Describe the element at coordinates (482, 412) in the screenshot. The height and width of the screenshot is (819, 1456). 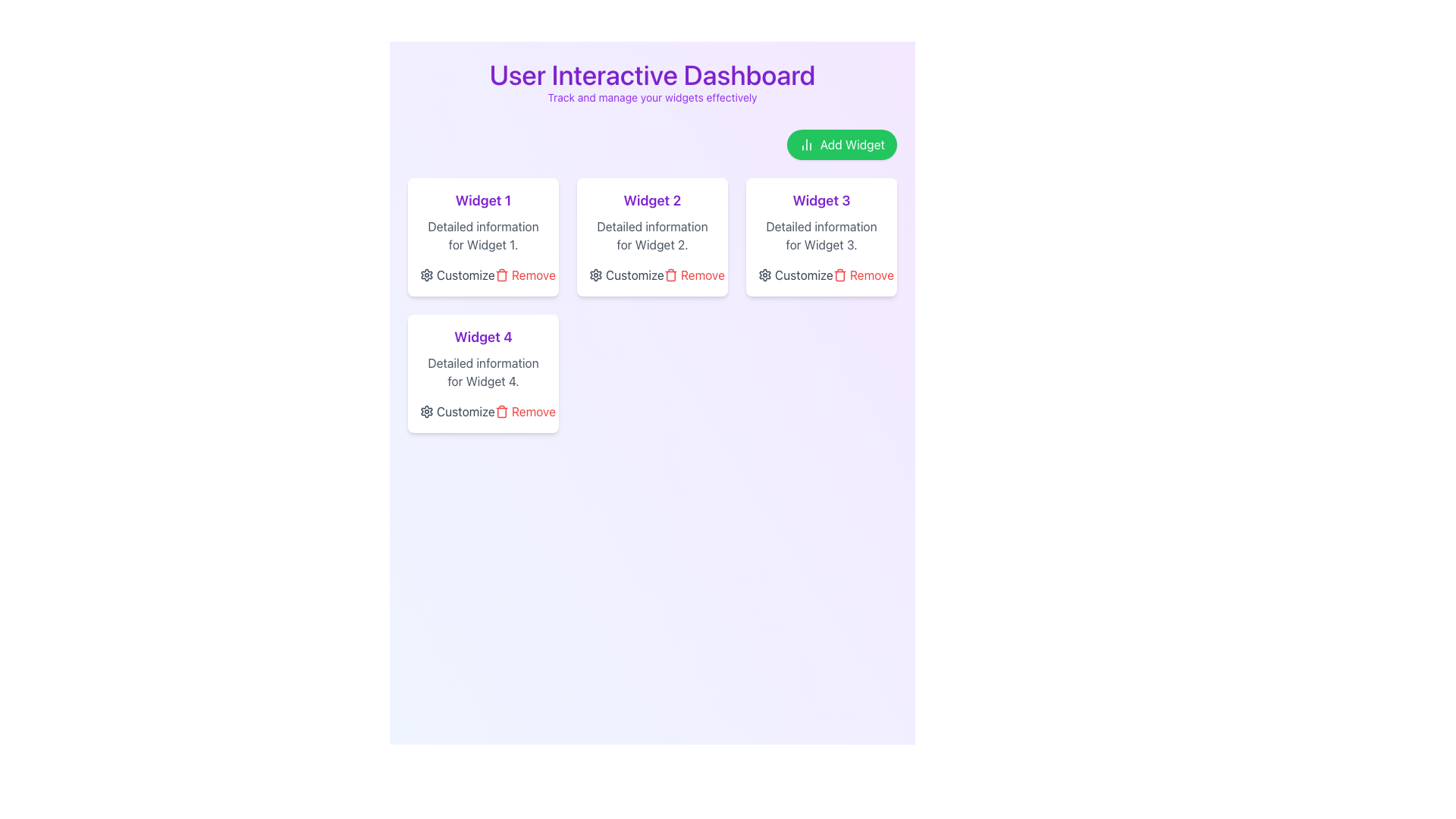
I see `the Interactive Button Group located at the bottom of the card labeled 'Widget 4'` at that location.